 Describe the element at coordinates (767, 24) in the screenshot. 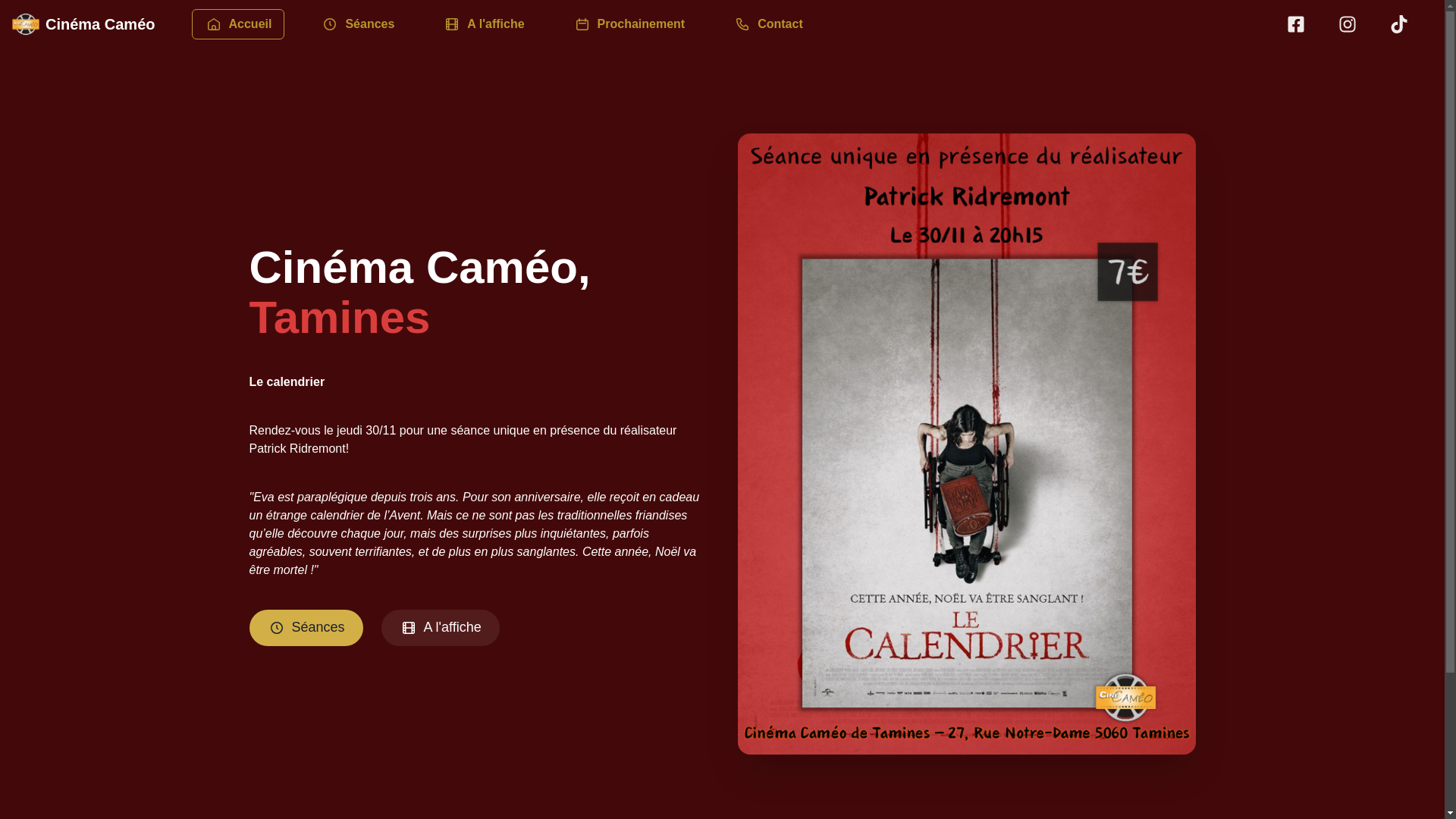

I see `'Contact'` at that location.